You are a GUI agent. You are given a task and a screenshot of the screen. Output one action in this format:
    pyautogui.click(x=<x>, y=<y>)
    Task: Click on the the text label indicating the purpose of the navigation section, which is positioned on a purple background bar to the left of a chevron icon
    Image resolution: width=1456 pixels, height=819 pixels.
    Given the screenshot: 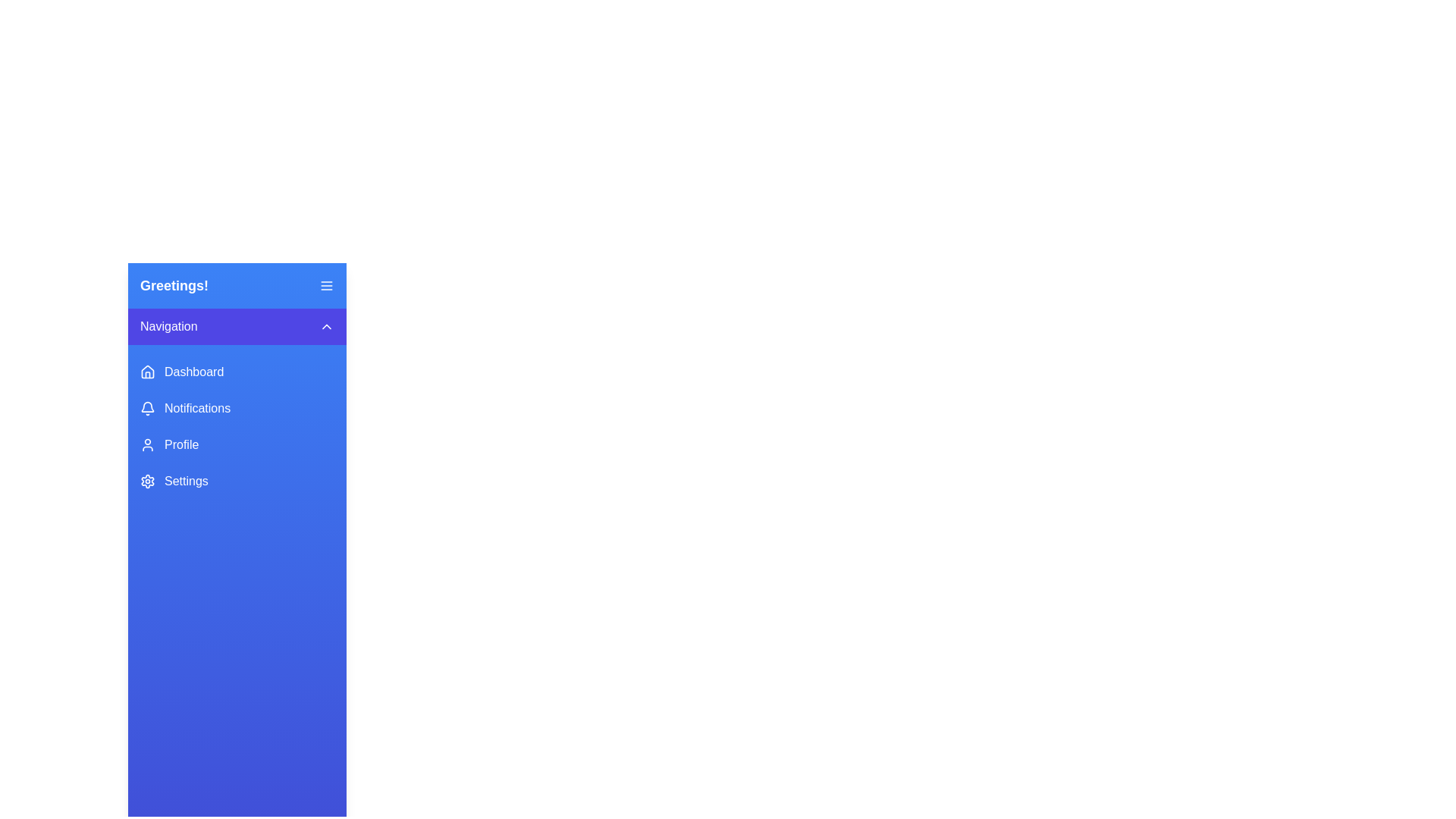 What is the action you would take?
    pyautogui.click(x=168, y=326)
    